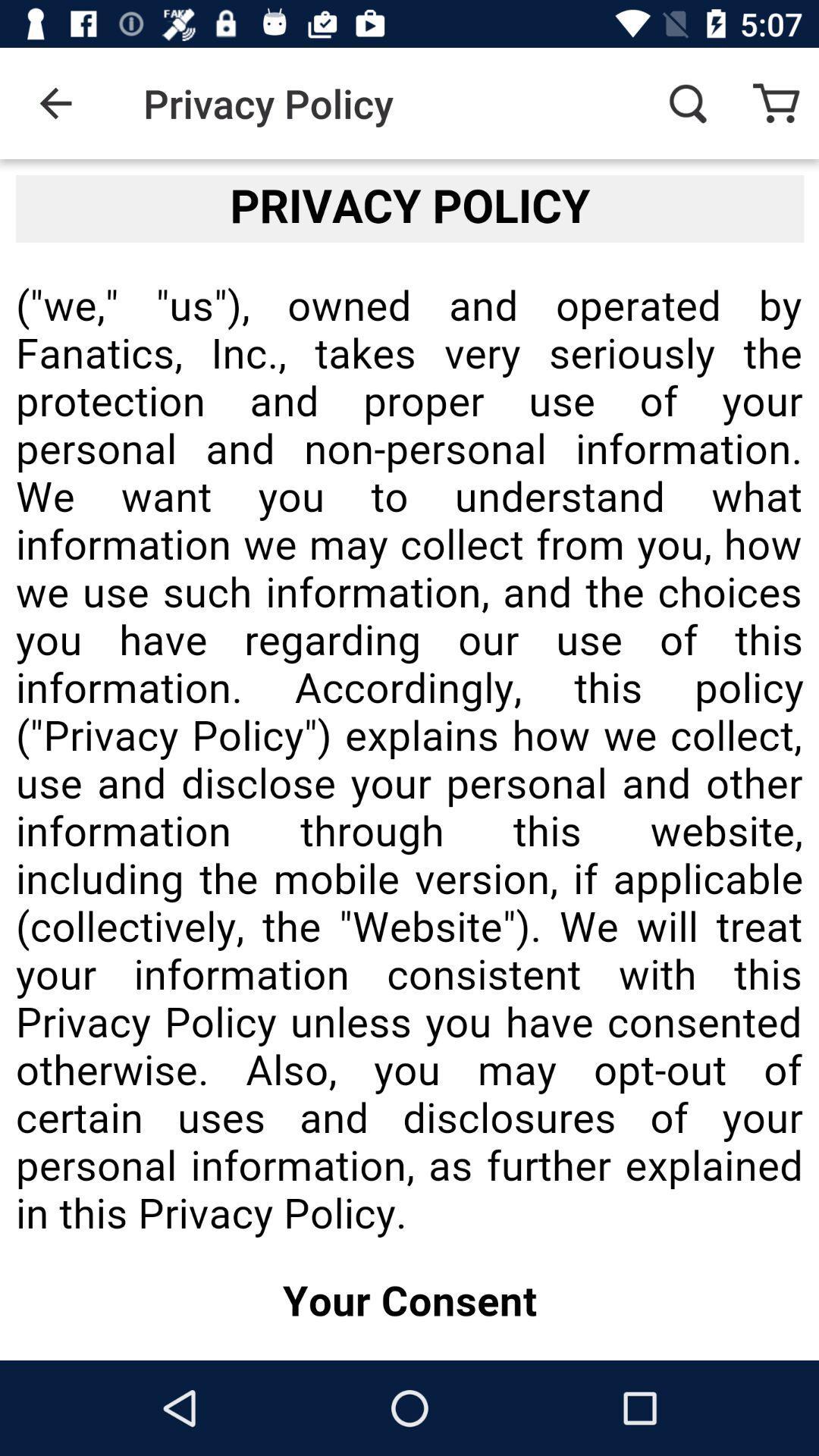 The width and height of the screenshot is (819, 1456). I want to click on the icon to the left of the privacy policy item, so click(55, 102).